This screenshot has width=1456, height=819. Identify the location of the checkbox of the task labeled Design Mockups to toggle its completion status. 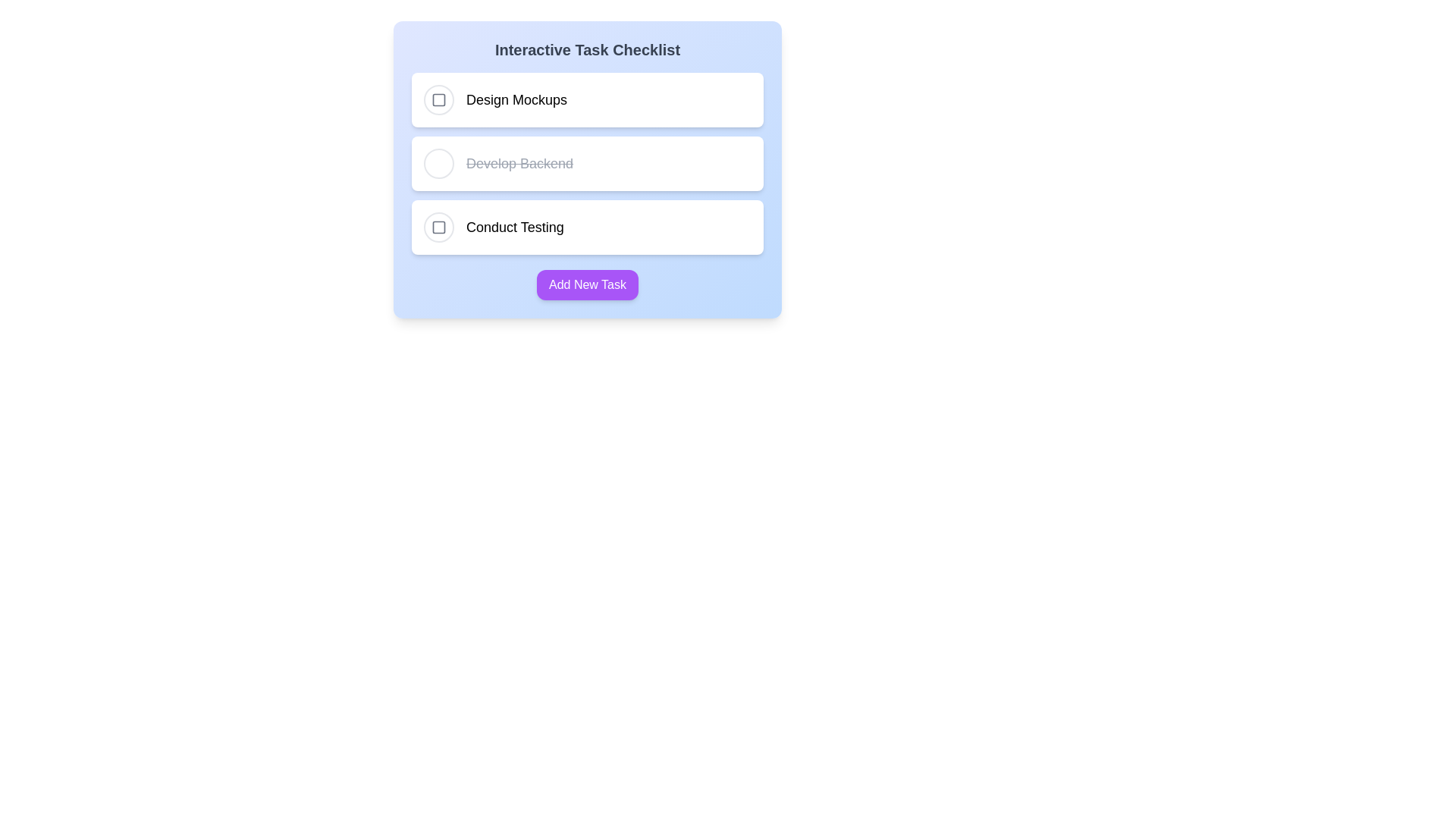
(438, 99).